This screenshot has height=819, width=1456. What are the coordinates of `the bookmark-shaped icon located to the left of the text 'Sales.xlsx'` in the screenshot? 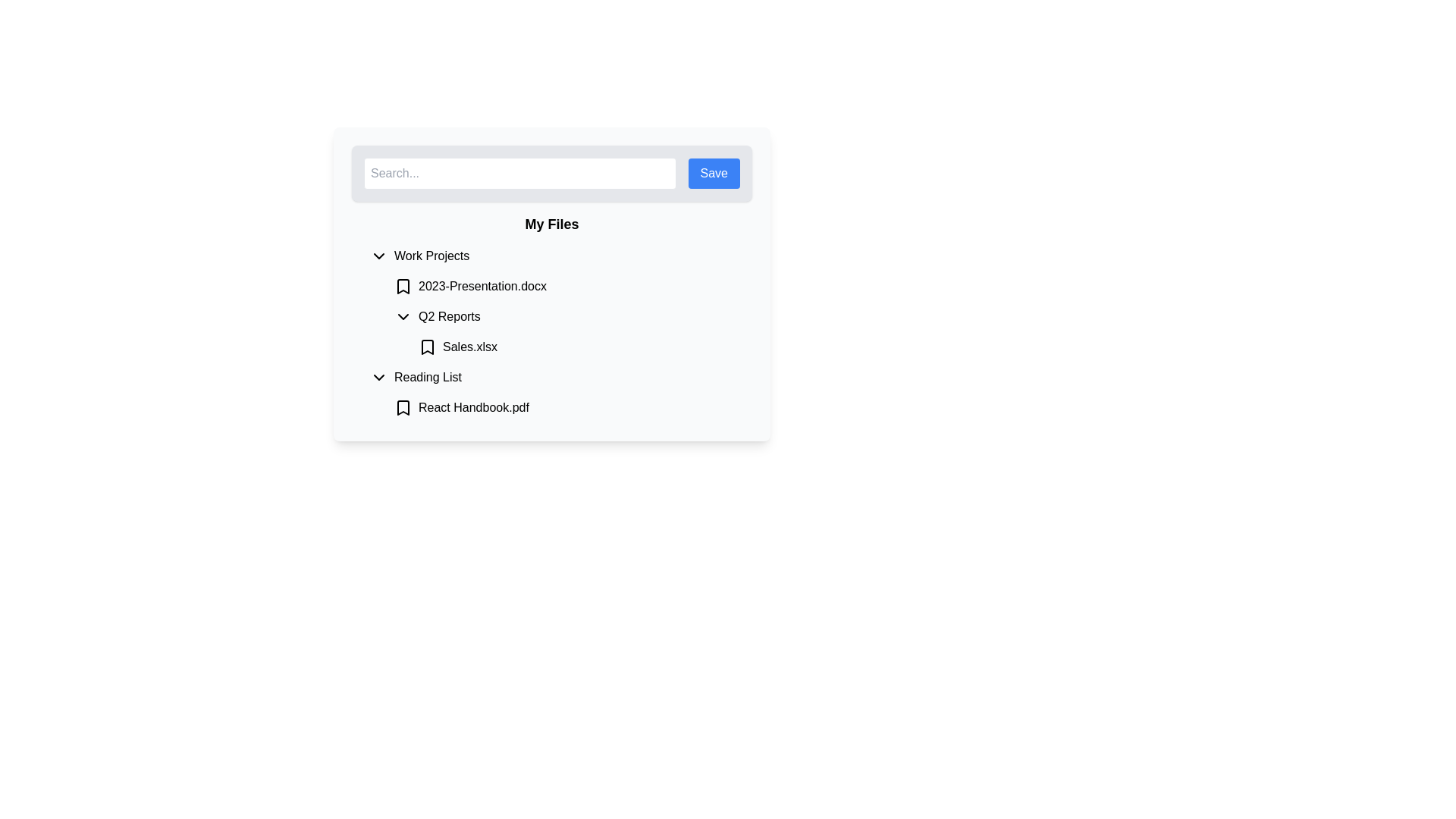 It's located at (427, 347).